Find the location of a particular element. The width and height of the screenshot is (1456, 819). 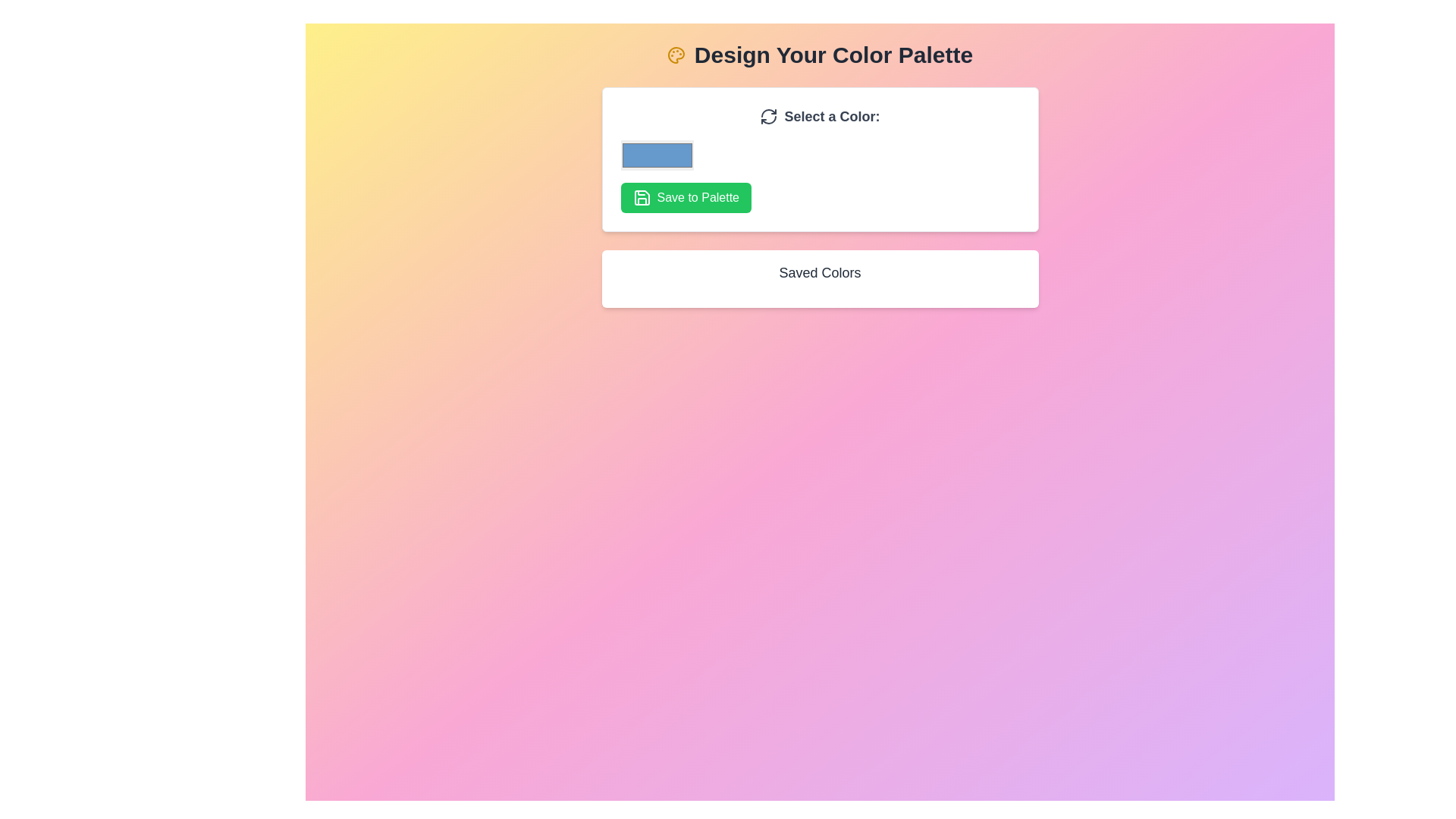

the 'Save to Palette' button, which has a vibrant green background, rounded corners, and is labeled with white bold text is located at coordinates (685, 197).